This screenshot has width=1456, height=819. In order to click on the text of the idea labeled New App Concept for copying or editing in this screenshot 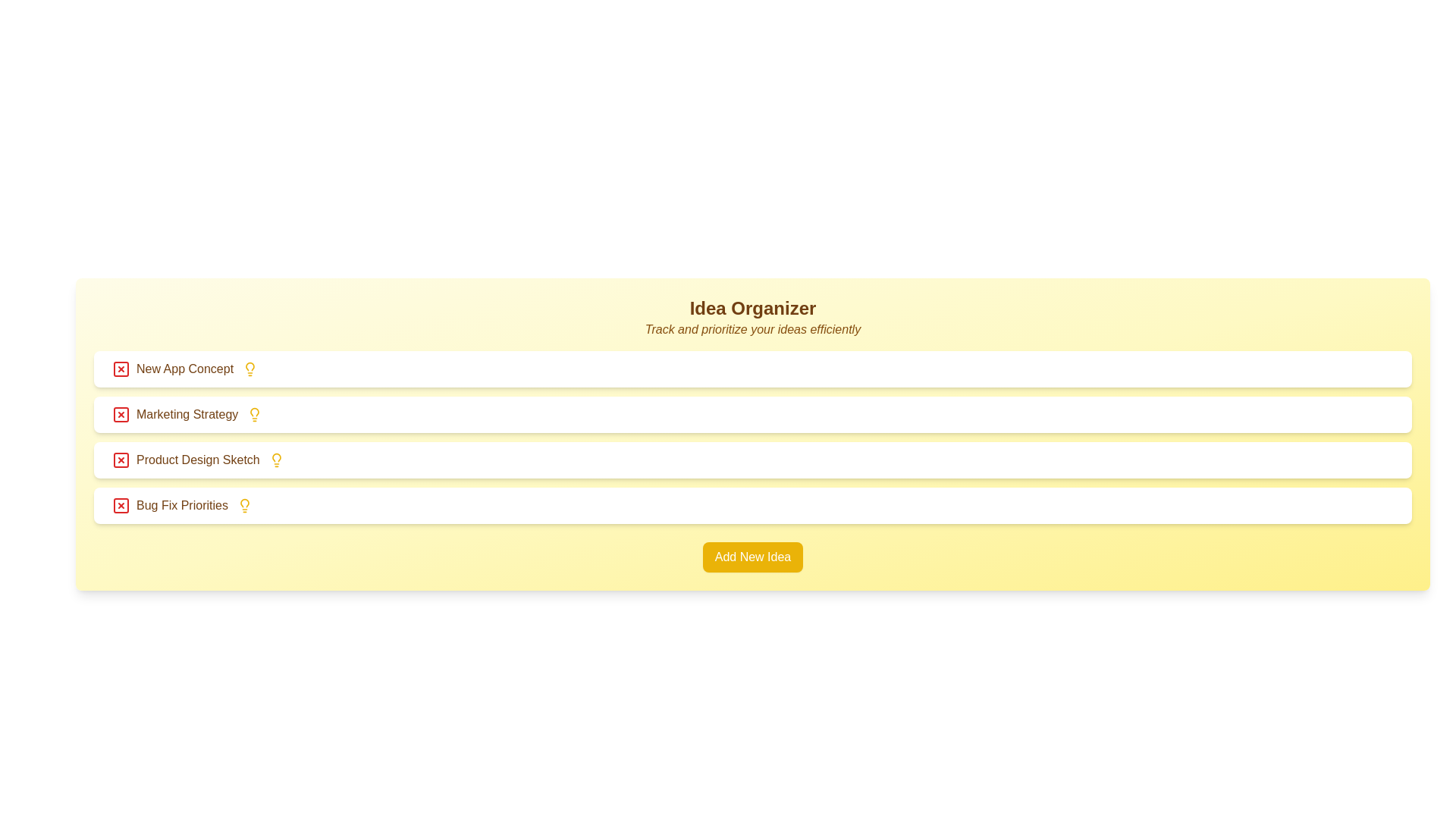, I will do `click(172, 369)`.